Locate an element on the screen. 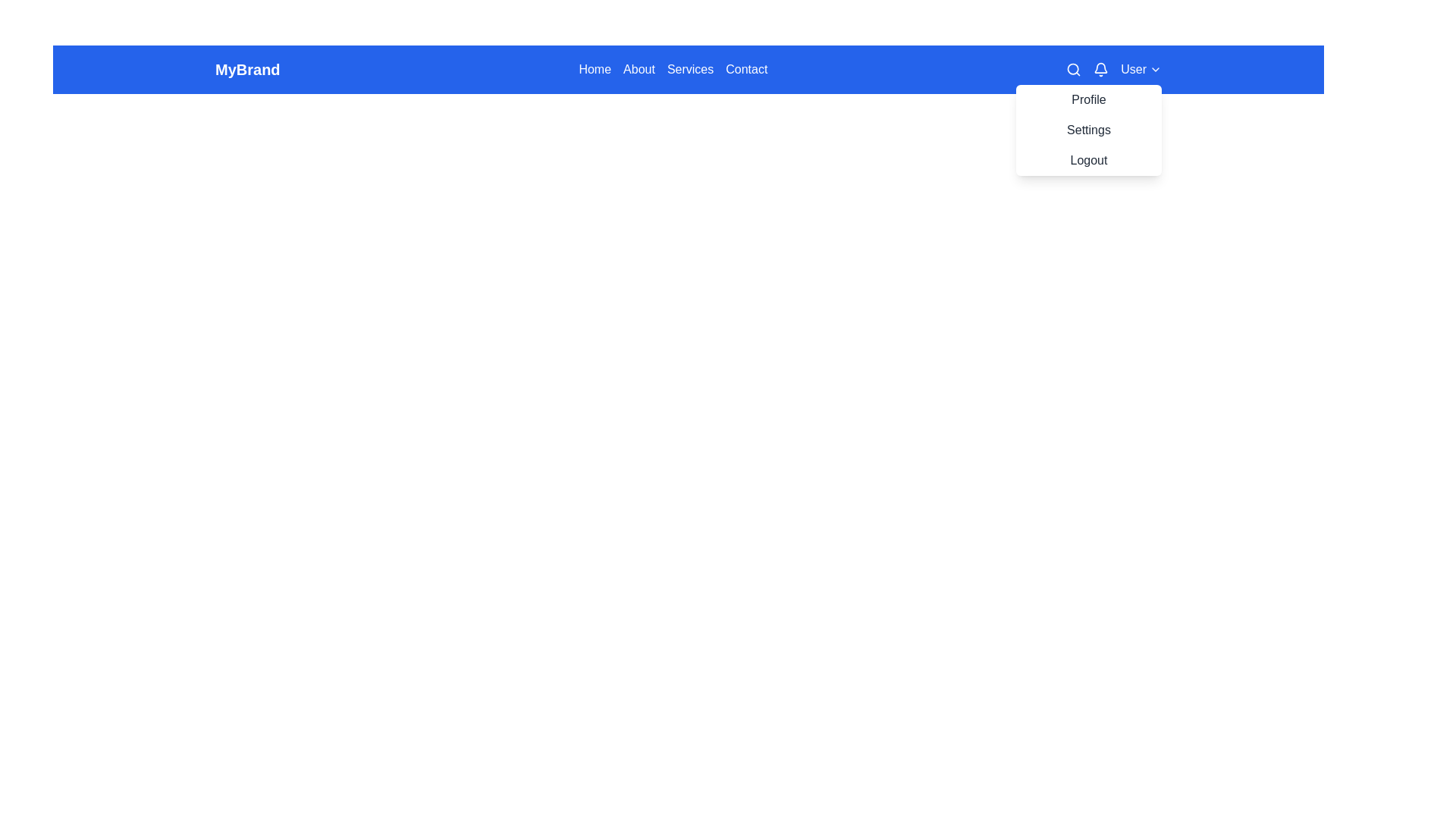  the navigational link labeled 'Services' to visualize an underline effect is located at coordinates (689, 70).